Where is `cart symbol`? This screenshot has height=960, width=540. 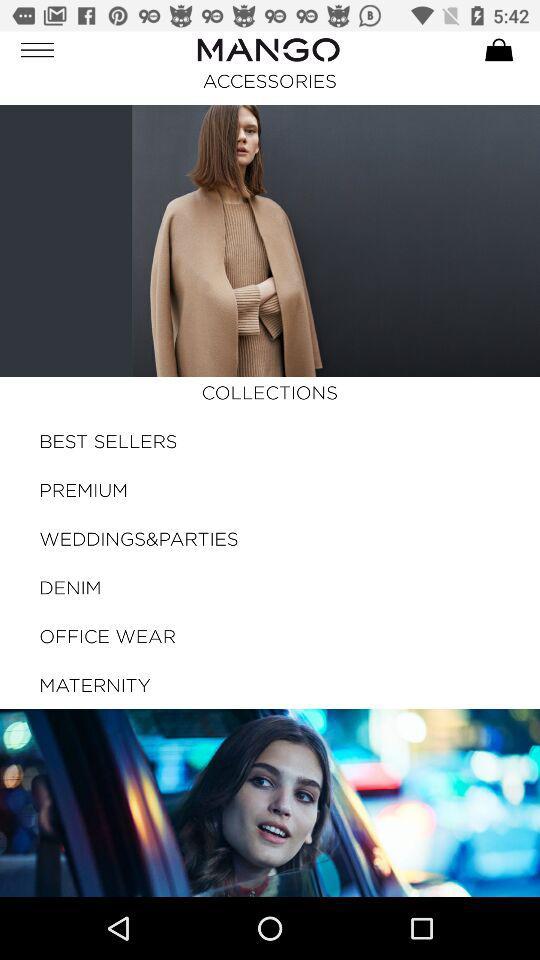
cart symbol is located at coordinates (498, 49).